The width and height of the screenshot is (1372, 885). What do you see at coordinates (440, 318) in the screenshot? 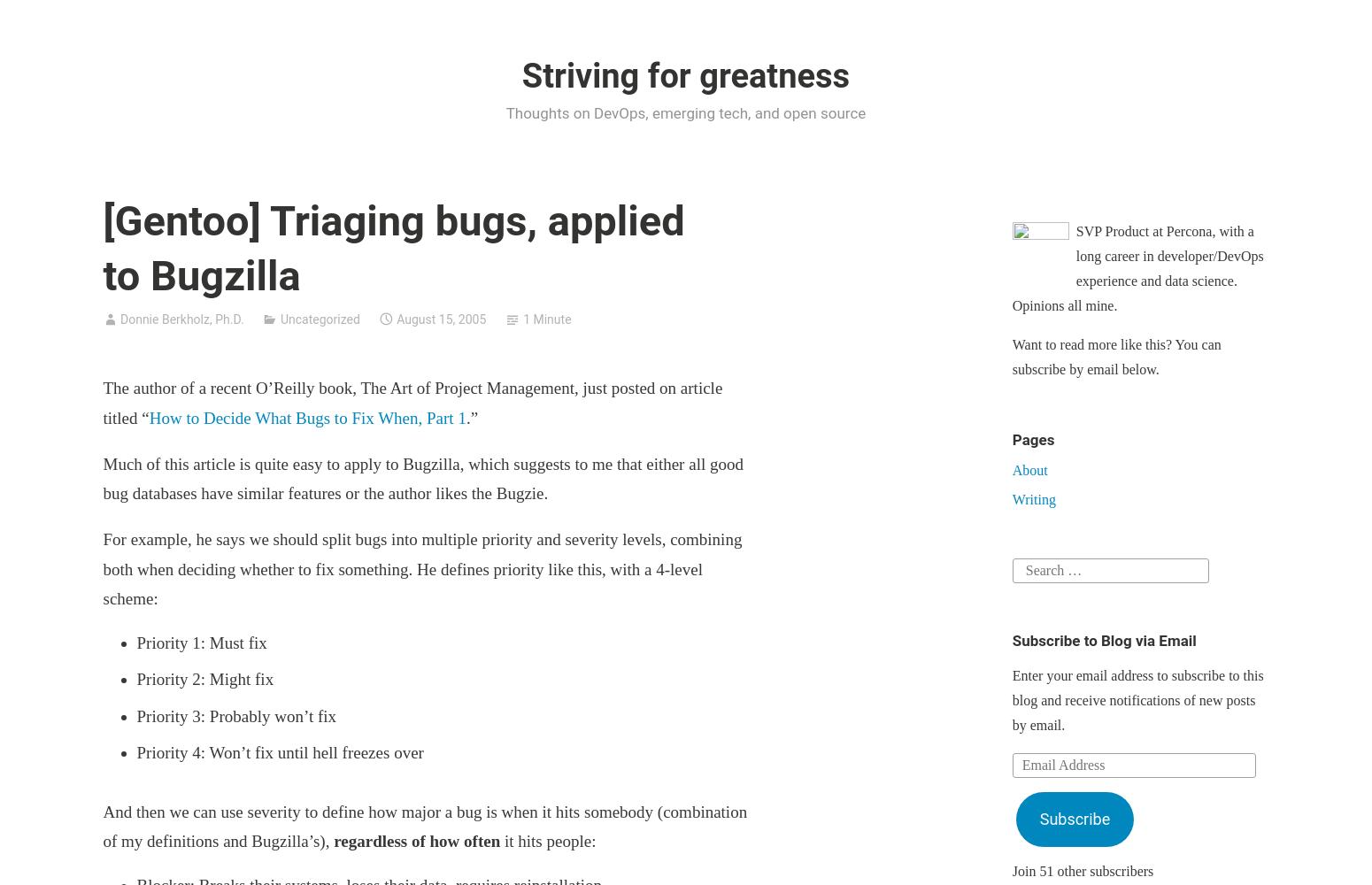
I see `'August 15, 2005'` at bounding box center [440, 318].